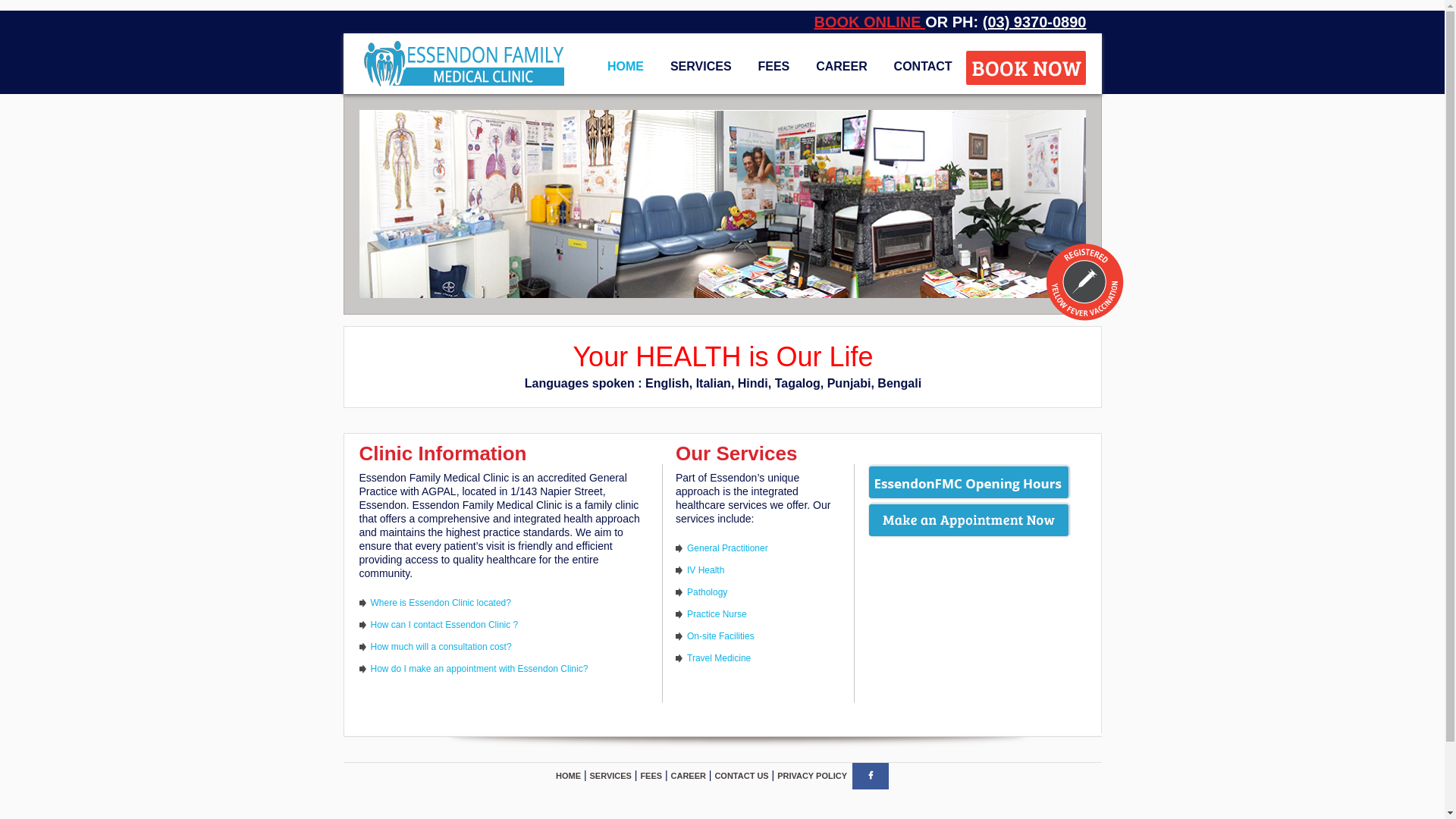  I want to click on 'CAREER', so click(670, 775).